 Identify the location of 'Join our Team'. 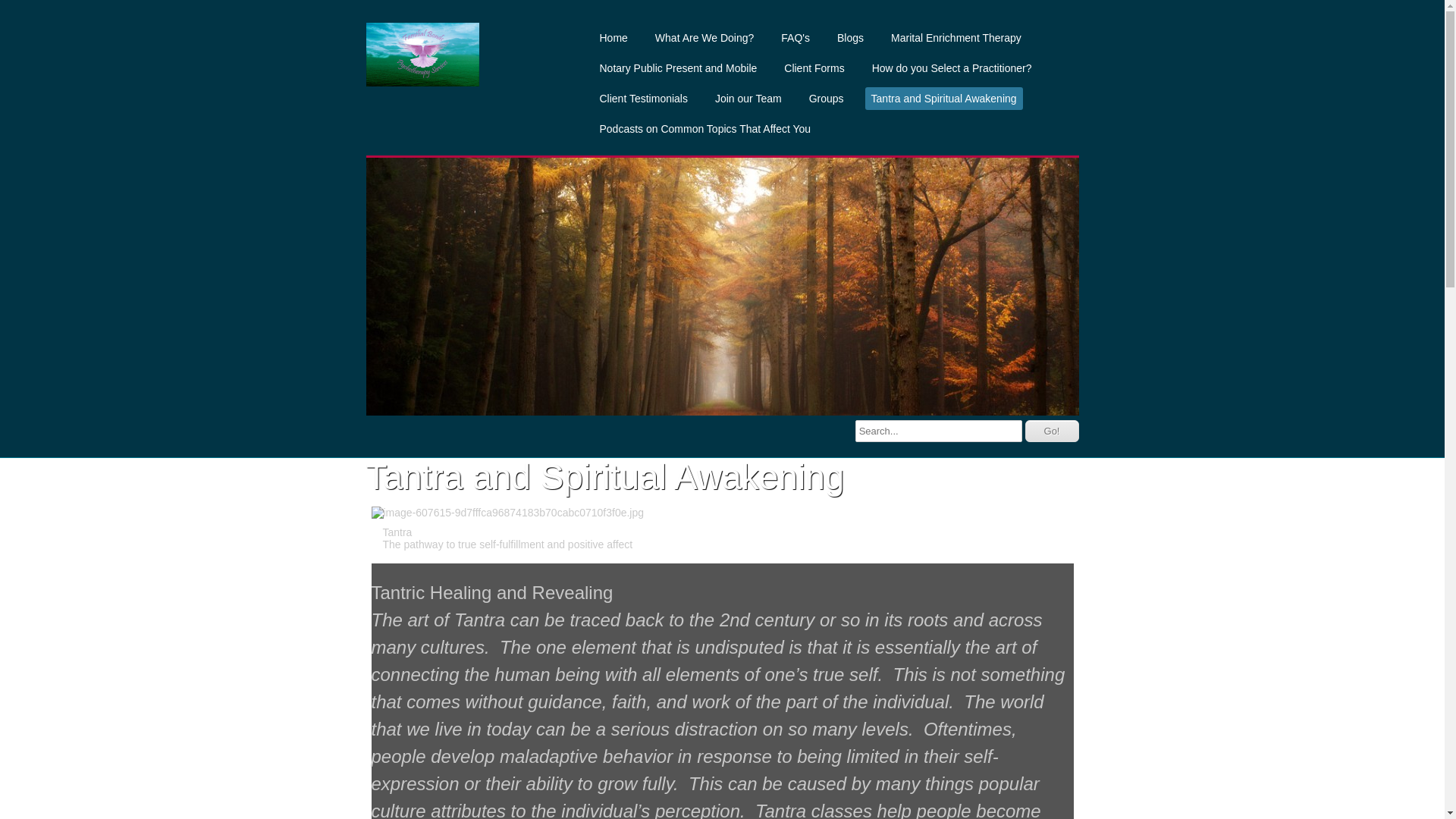
(748, 99).